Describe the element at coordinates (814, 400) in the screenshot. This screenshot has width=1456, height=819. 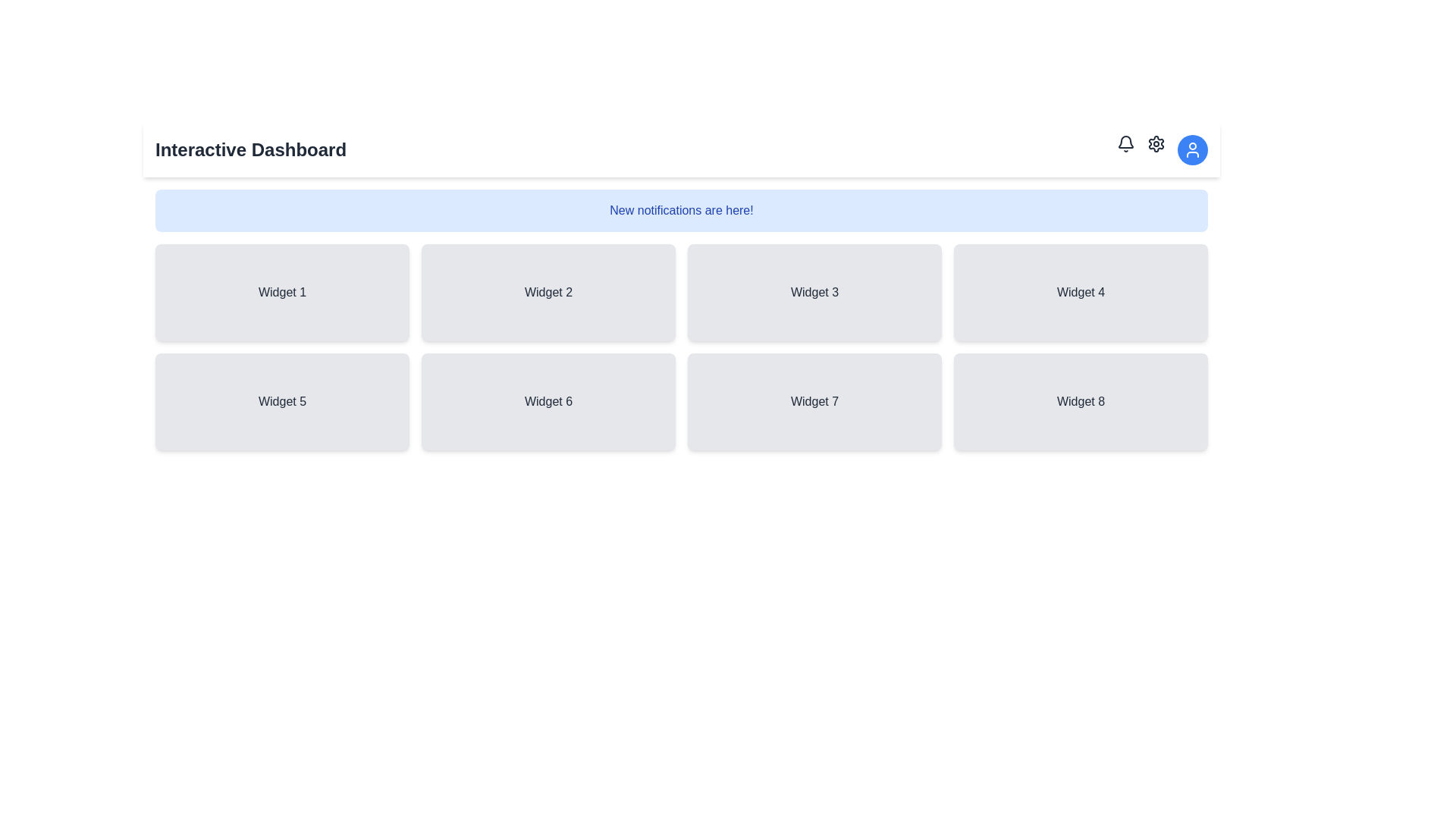
I see `the non-interactive informational component displaying the label 'Widget 7', positioned in the second row and third column of the grid` at that location.